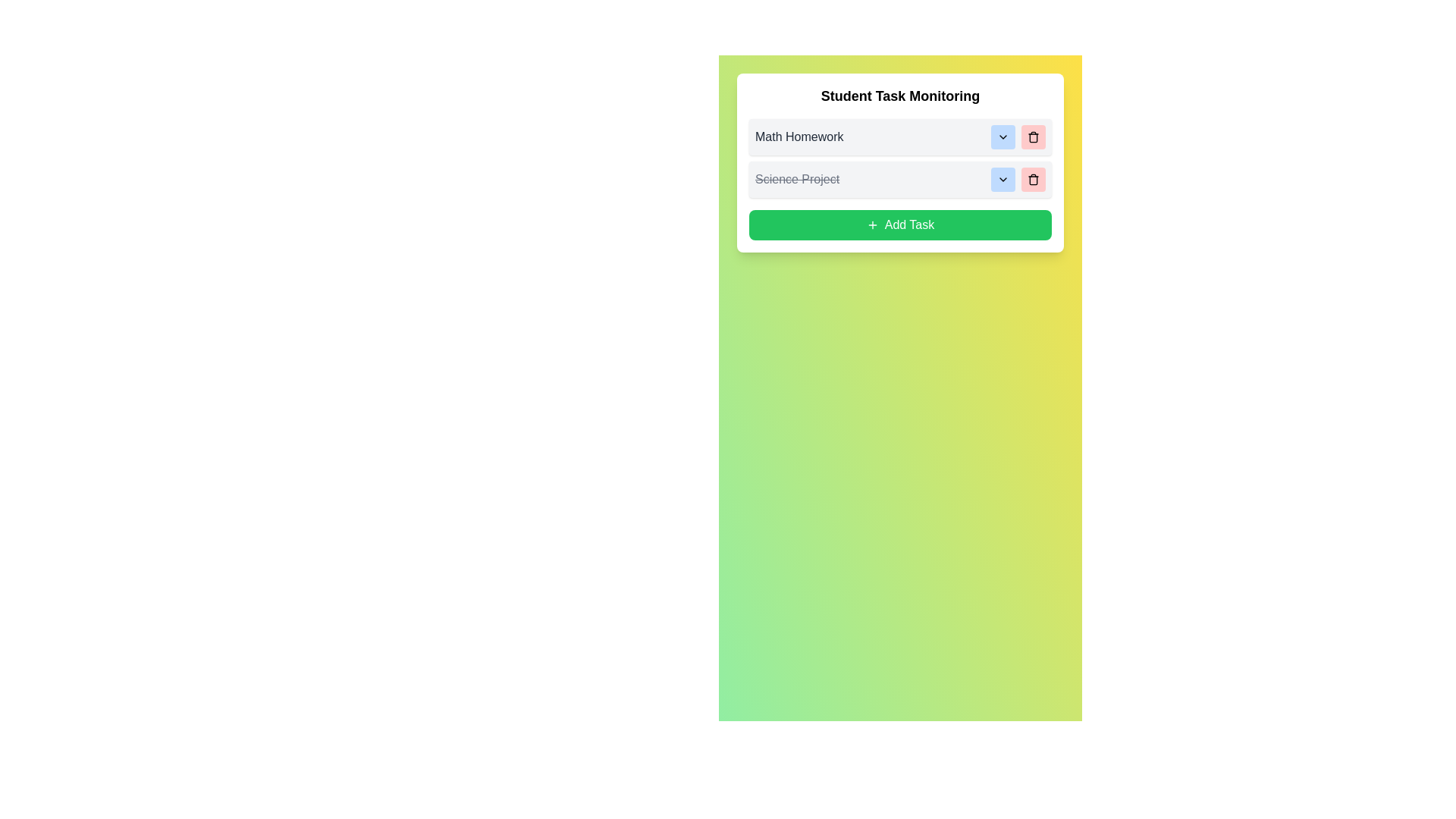 The height and width of the screenshot is (819, 1456). What do you see at coordinates (796, 178) in the screenshot?
I see `the text label displaying 'Science Project' with a strikethrough style, indicating a completed task, located in the central interface area under the 'Math Homework' element` at bounding box center [796, 178].